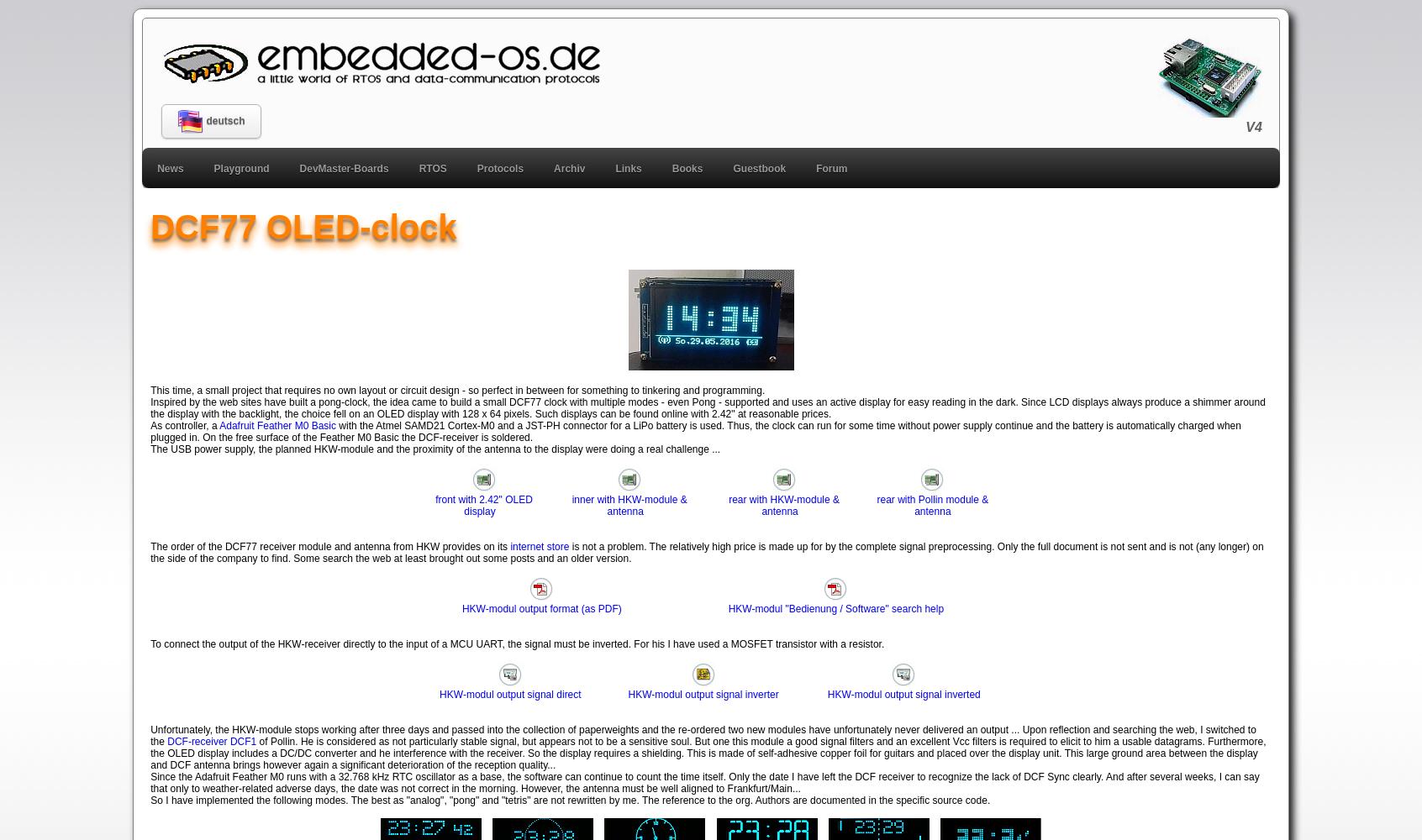 Image resolution: width=1422 pixels, height=840 pixels. Describe the element at coordinates (169, 167) in the screenshot. I see `'News'` at that location.